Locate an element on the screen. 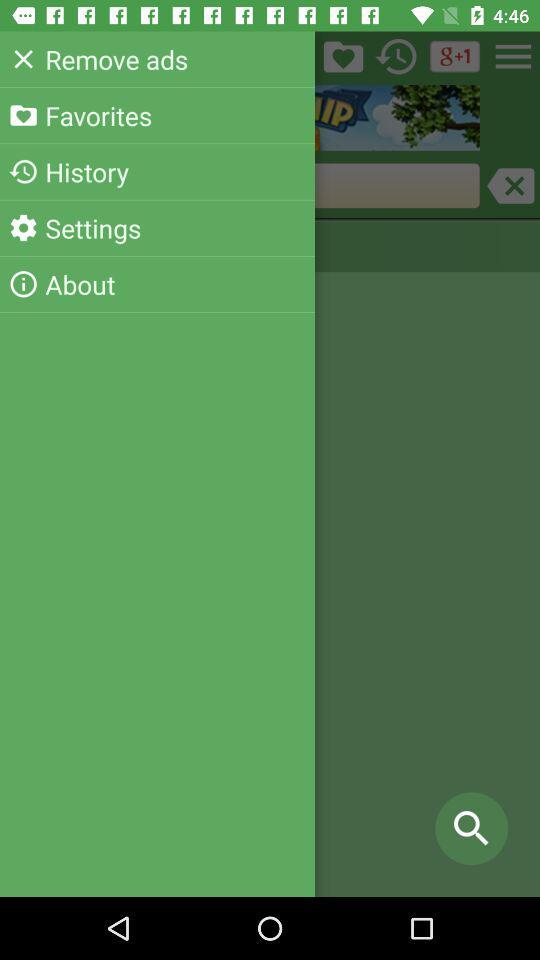  the menu icon is located at coordinates (513, 55).